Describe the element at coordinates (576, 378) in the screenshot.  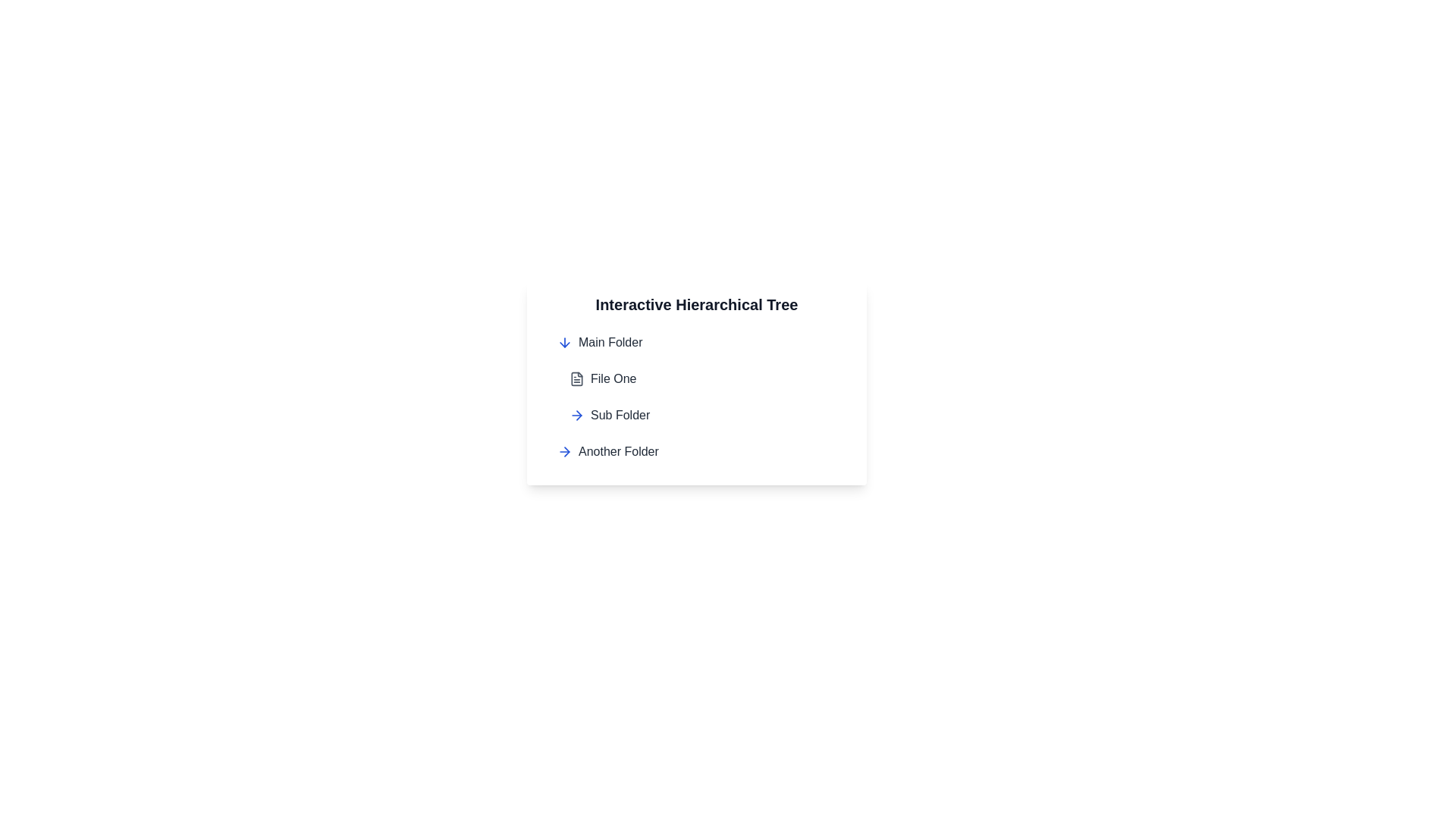
I see `the 'File One' icon, which is a gray outlined document icon with a folded corner, located in the hierarchical tree structure` at that location.